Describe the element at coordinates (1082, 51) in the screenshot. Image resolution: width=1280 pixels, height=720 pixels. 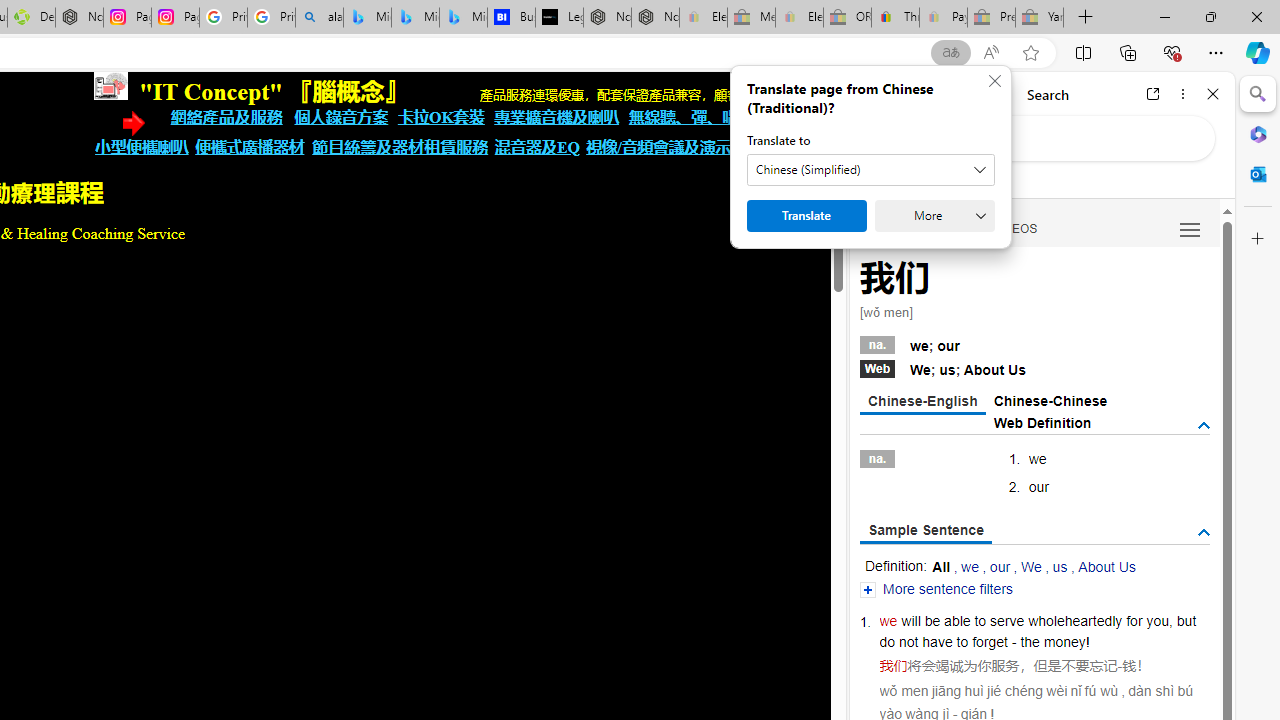
I see `'Split screen'` at that location.